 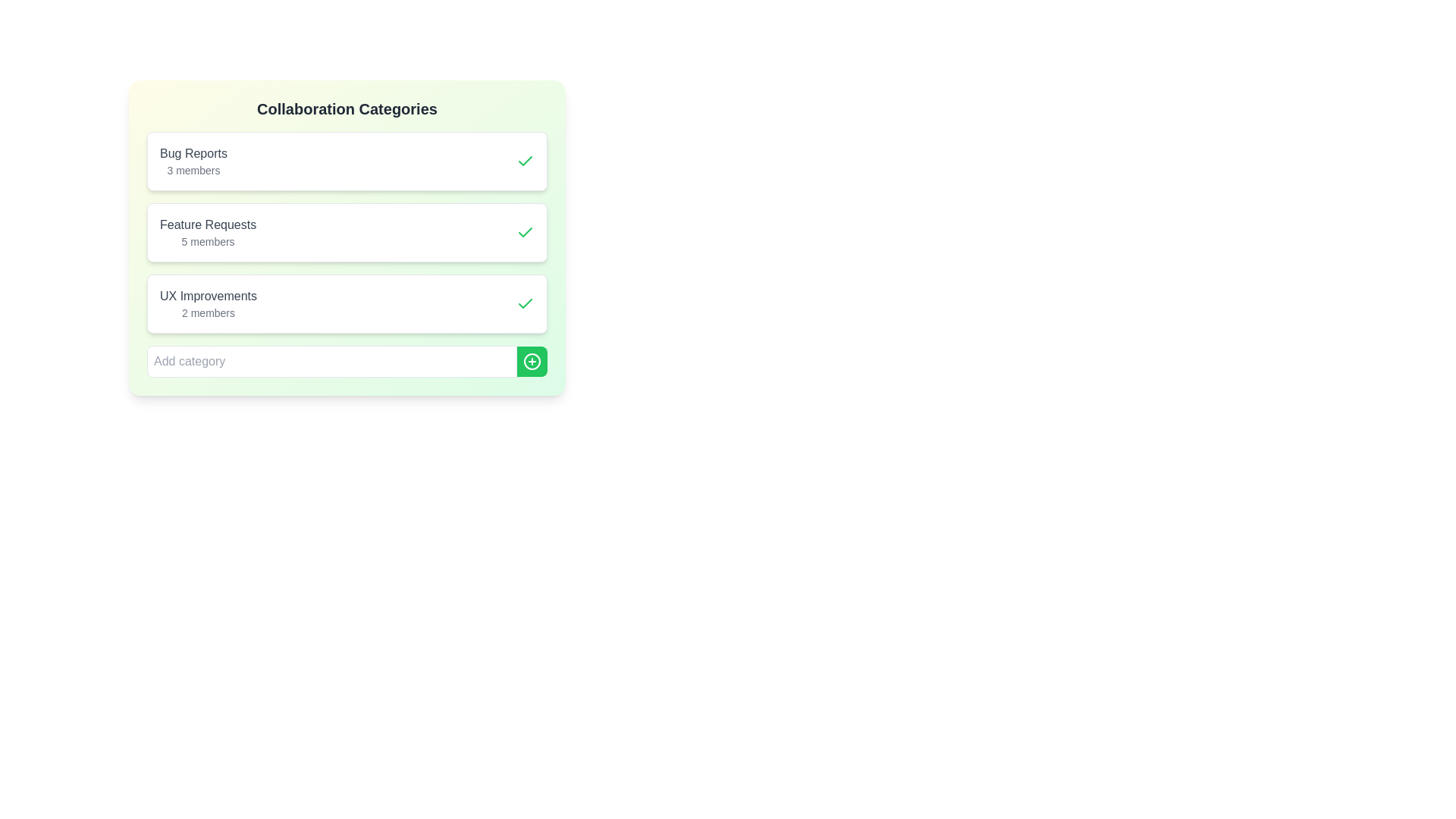 What do you see at coordinates (346, 304) in the screenshot?
I see `the category UX Improvements to observe visual feedback` at bounding box center [346, 304].